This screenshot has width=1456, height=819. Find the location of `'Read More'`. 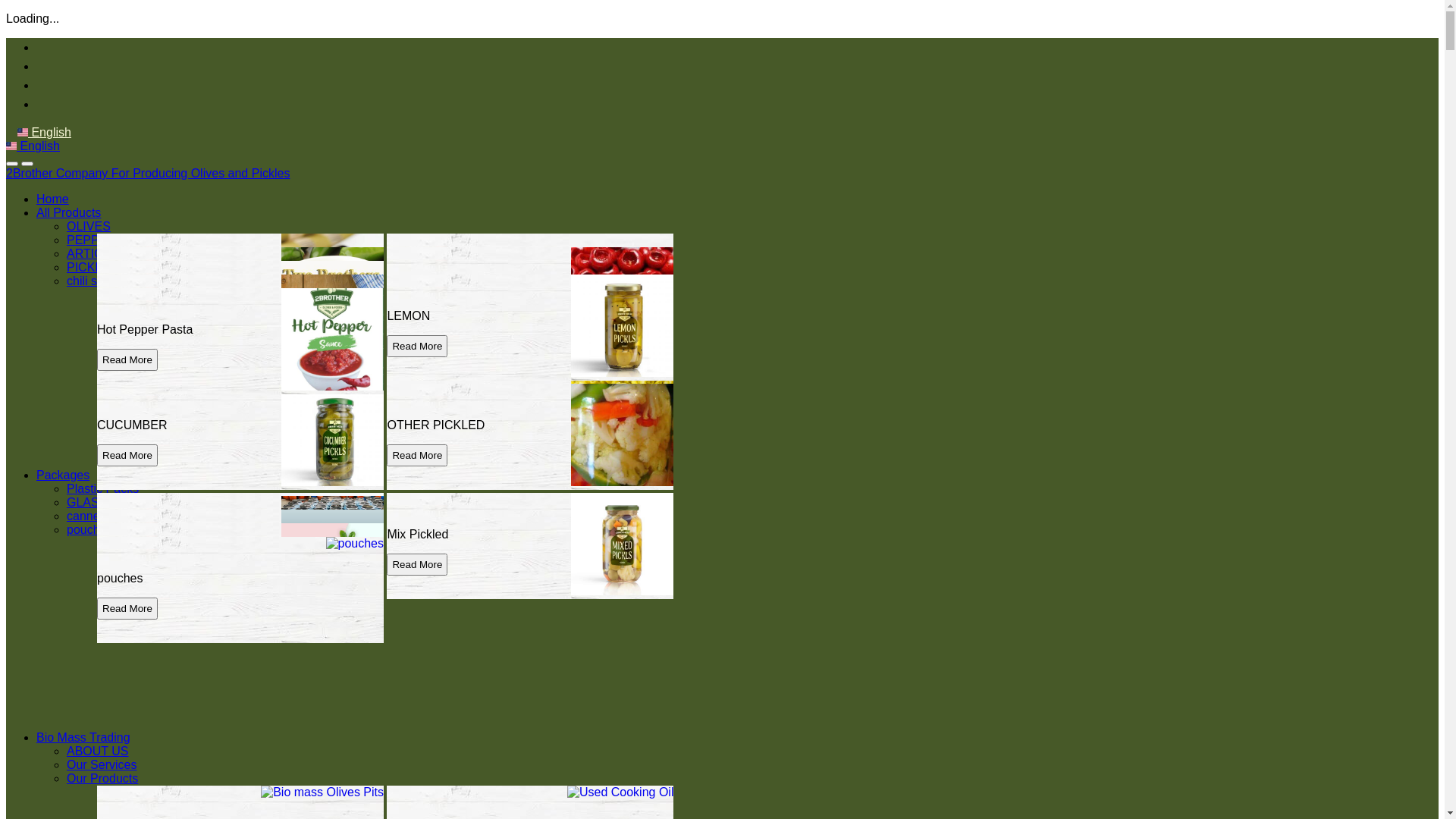

'Read More' is located at coordinates (96, 331).